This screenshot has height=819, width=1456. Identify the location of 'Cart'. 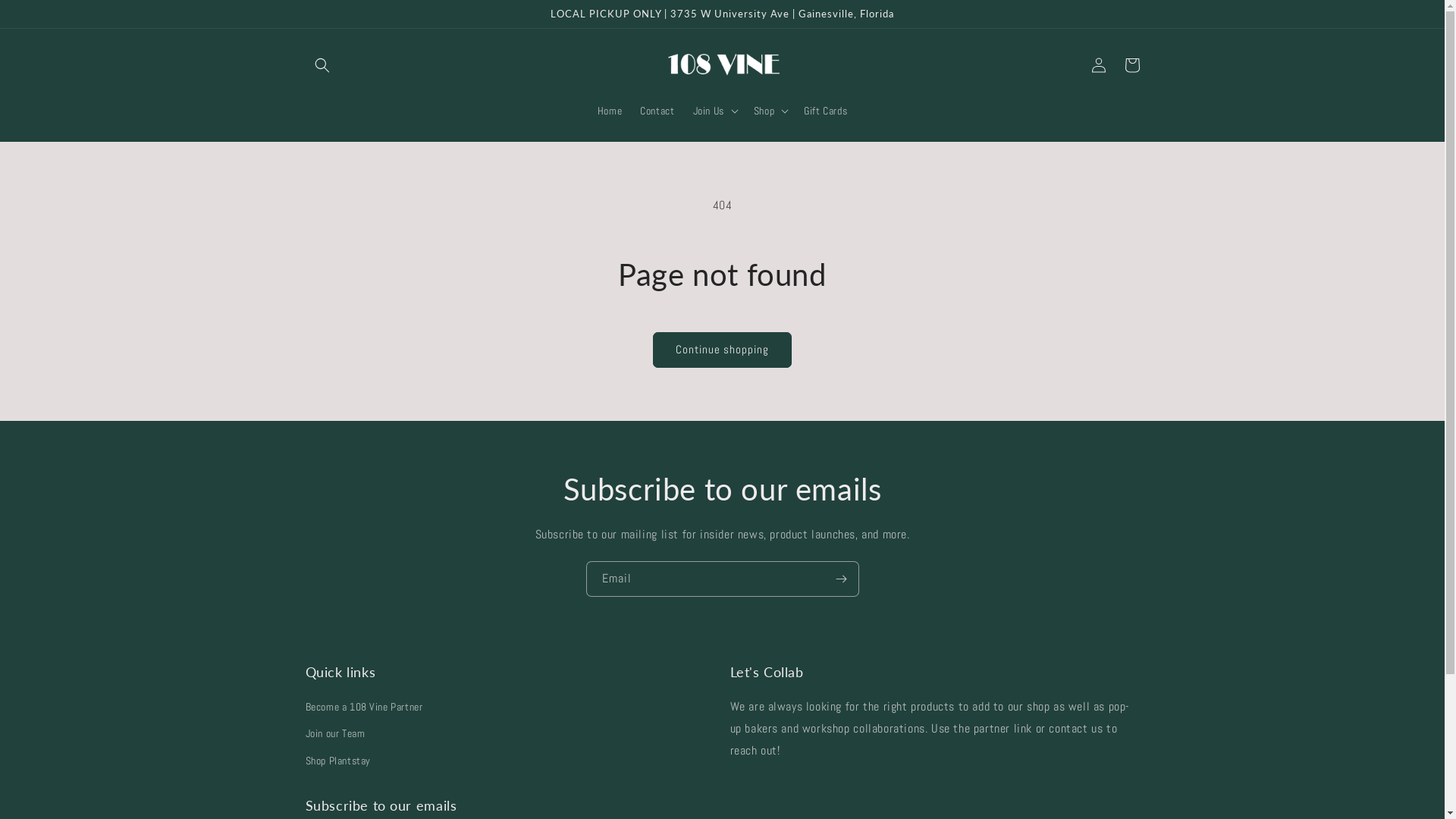
(1131, 64).